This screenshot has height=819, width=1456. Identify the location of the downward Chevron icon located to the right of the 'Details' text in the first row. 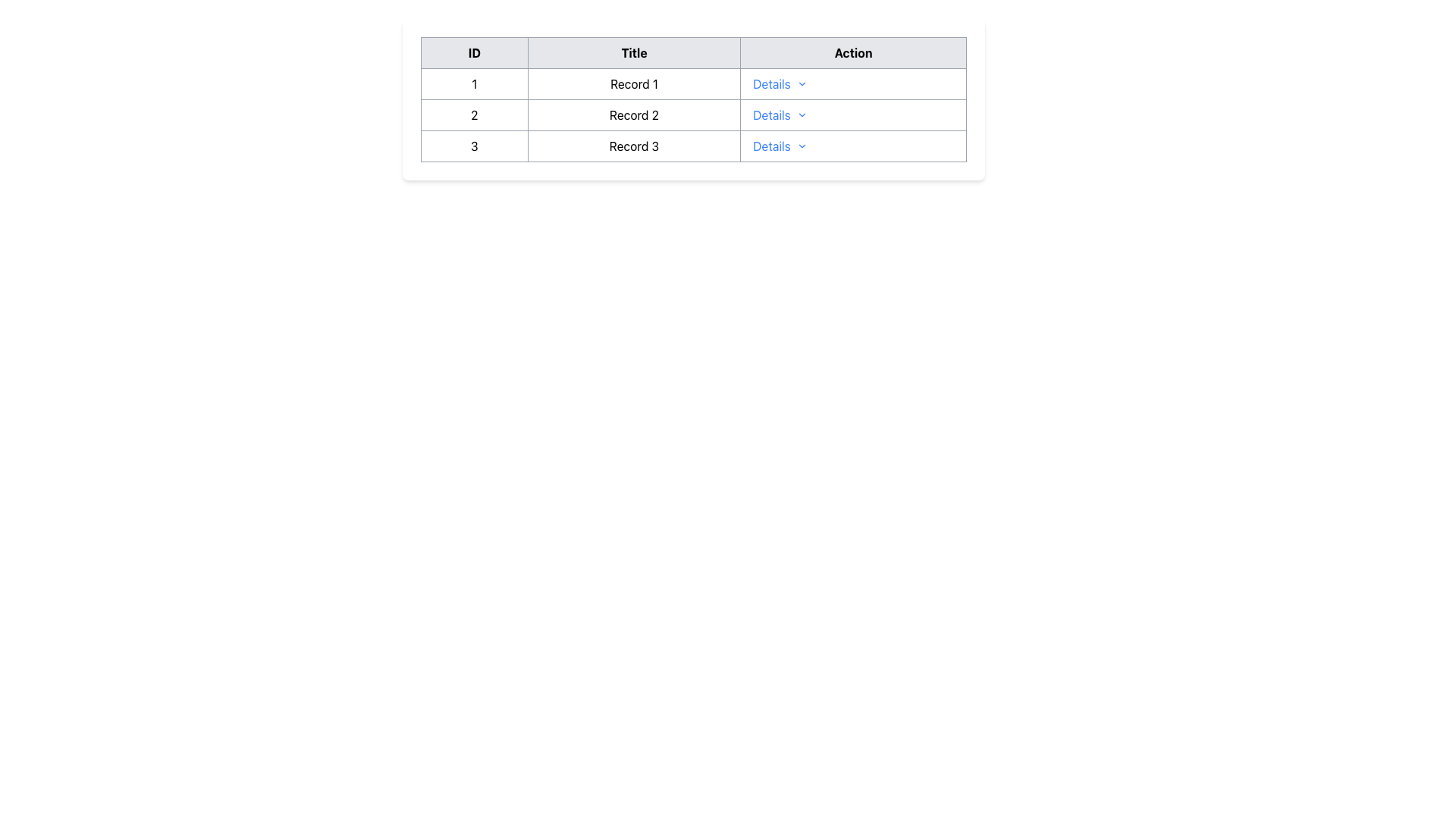
(801, 84).